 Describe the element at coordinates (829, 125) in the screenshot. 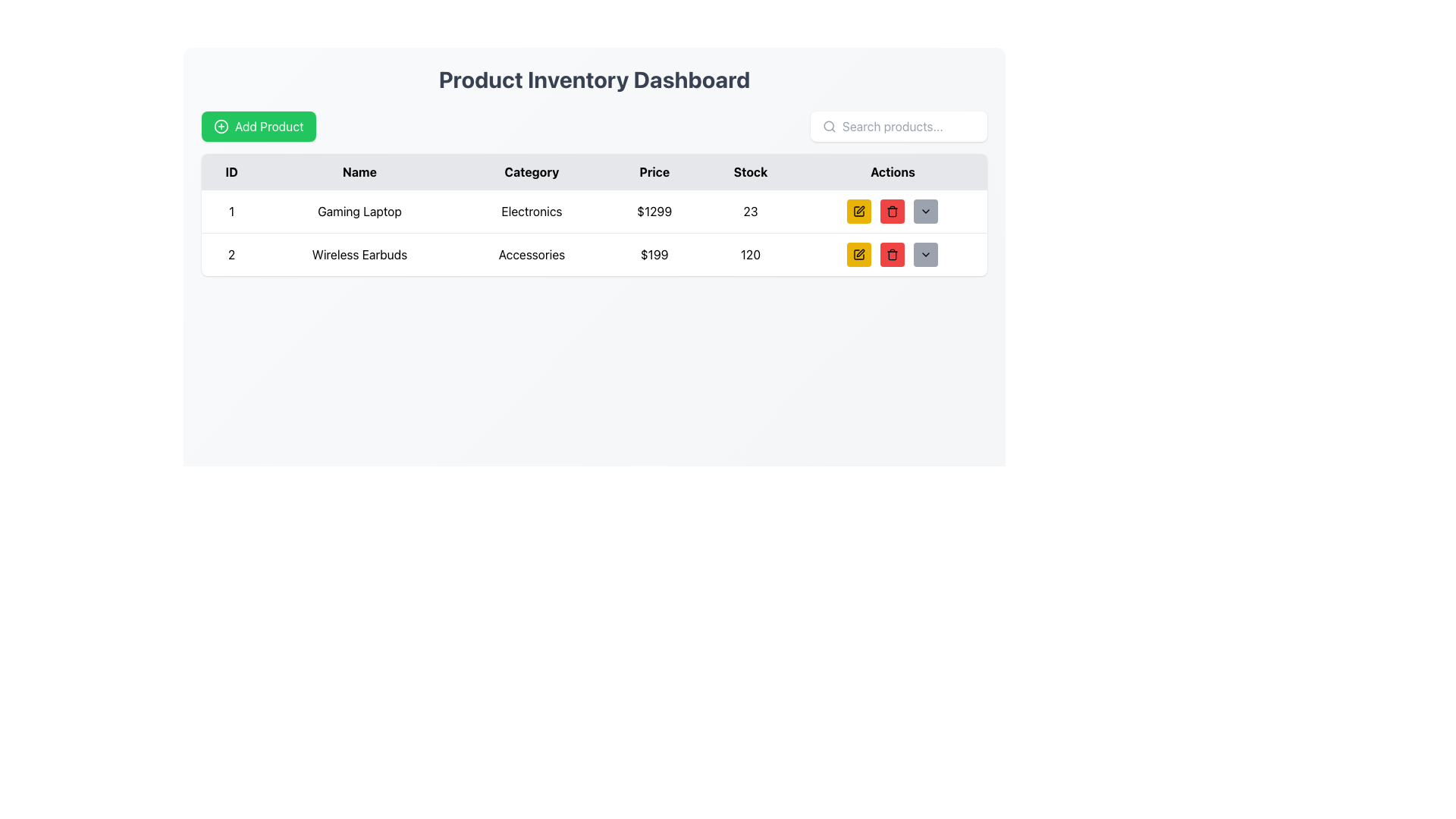

I see `the search icon located to the left of the 'Search products...' text input box in the top right corner of the dashboard interface` at that location.